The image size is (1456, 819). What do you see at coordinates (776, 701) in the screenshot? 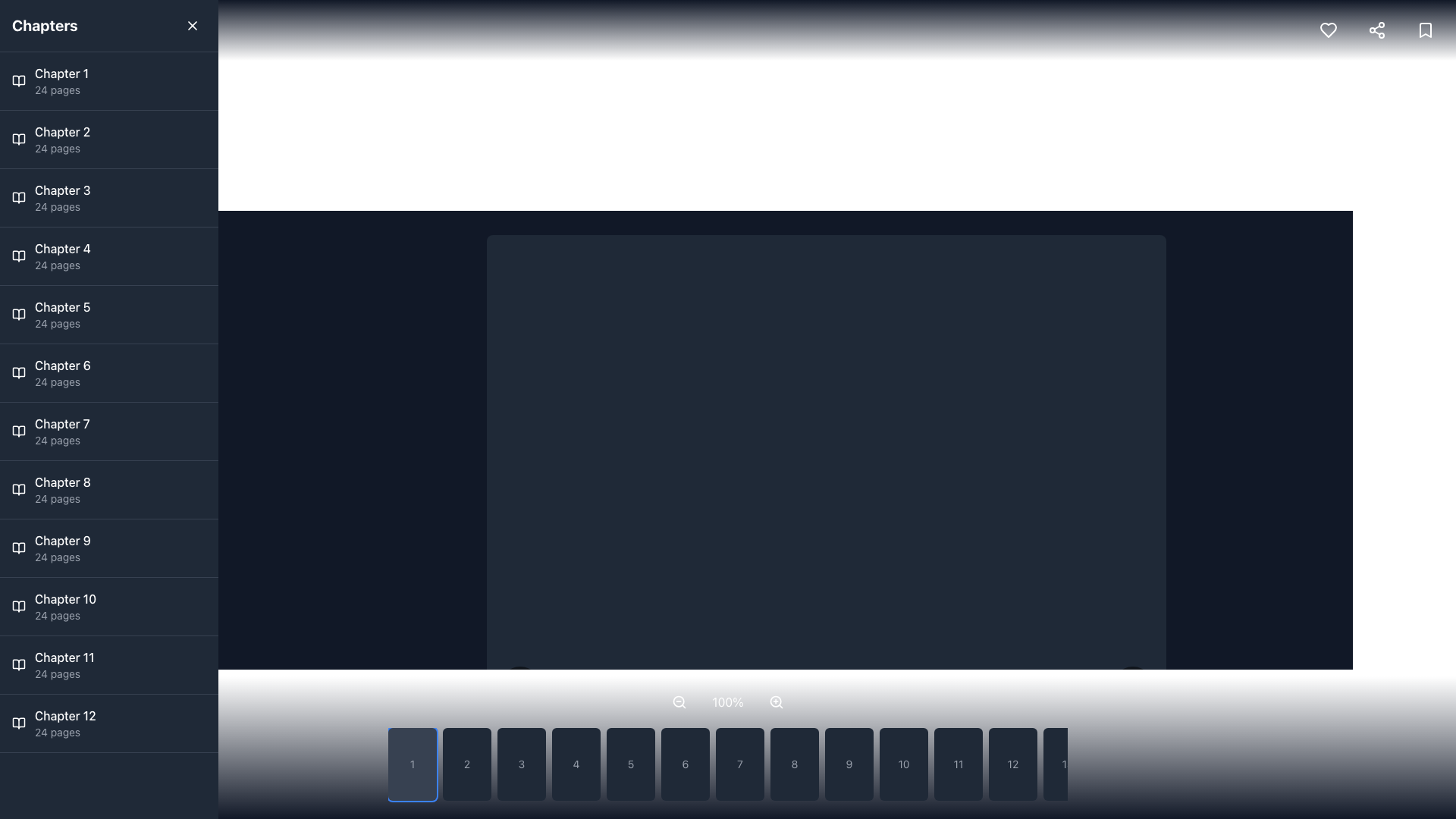
I see `the circular lens of the magnifying glass icon located in the bottom control bar of the interface` at bounding box center [776, 701].